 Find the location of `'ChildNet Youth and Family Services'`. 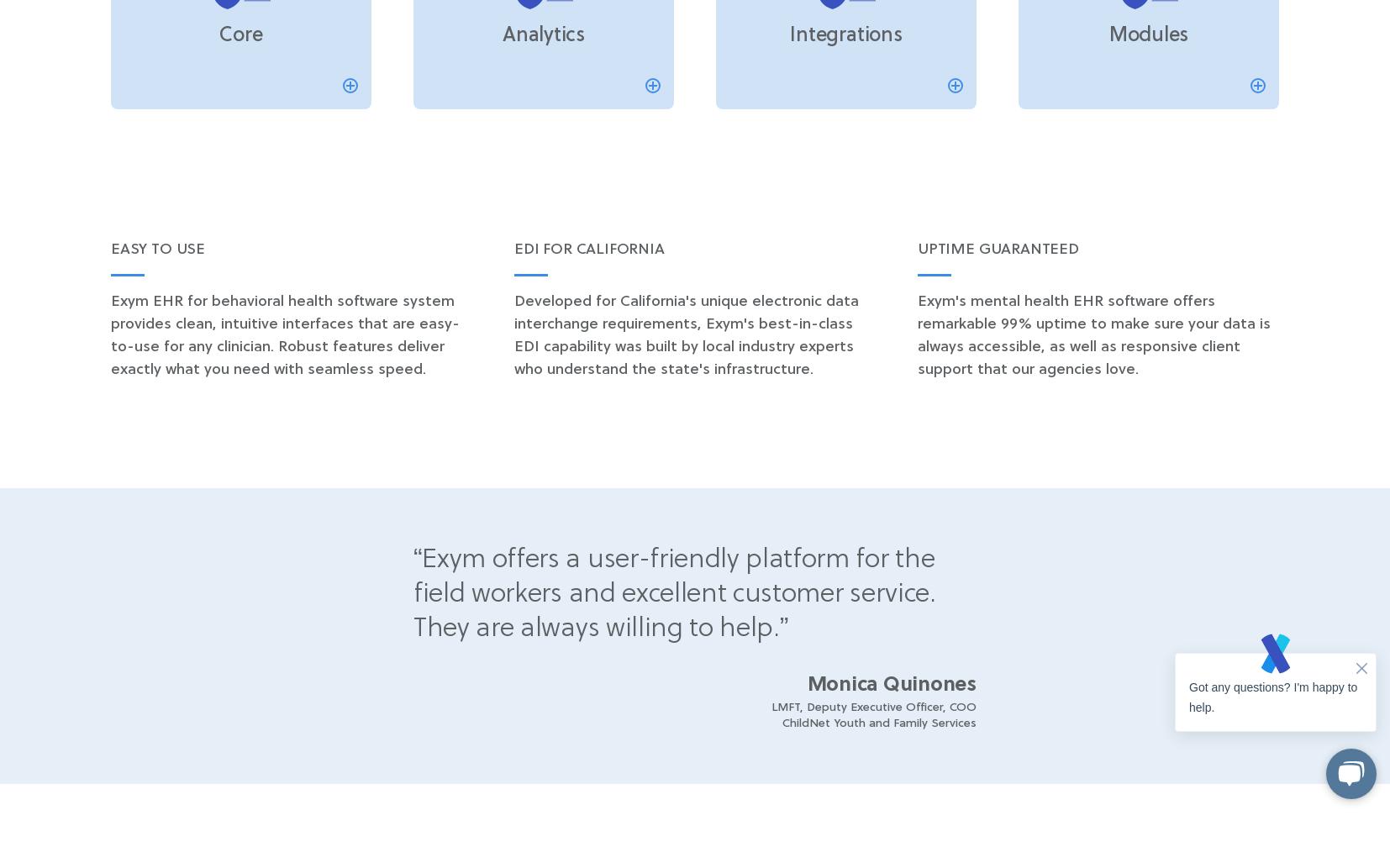

'ChildNet Youth and Family Services' is located at coordinates (878, 723).